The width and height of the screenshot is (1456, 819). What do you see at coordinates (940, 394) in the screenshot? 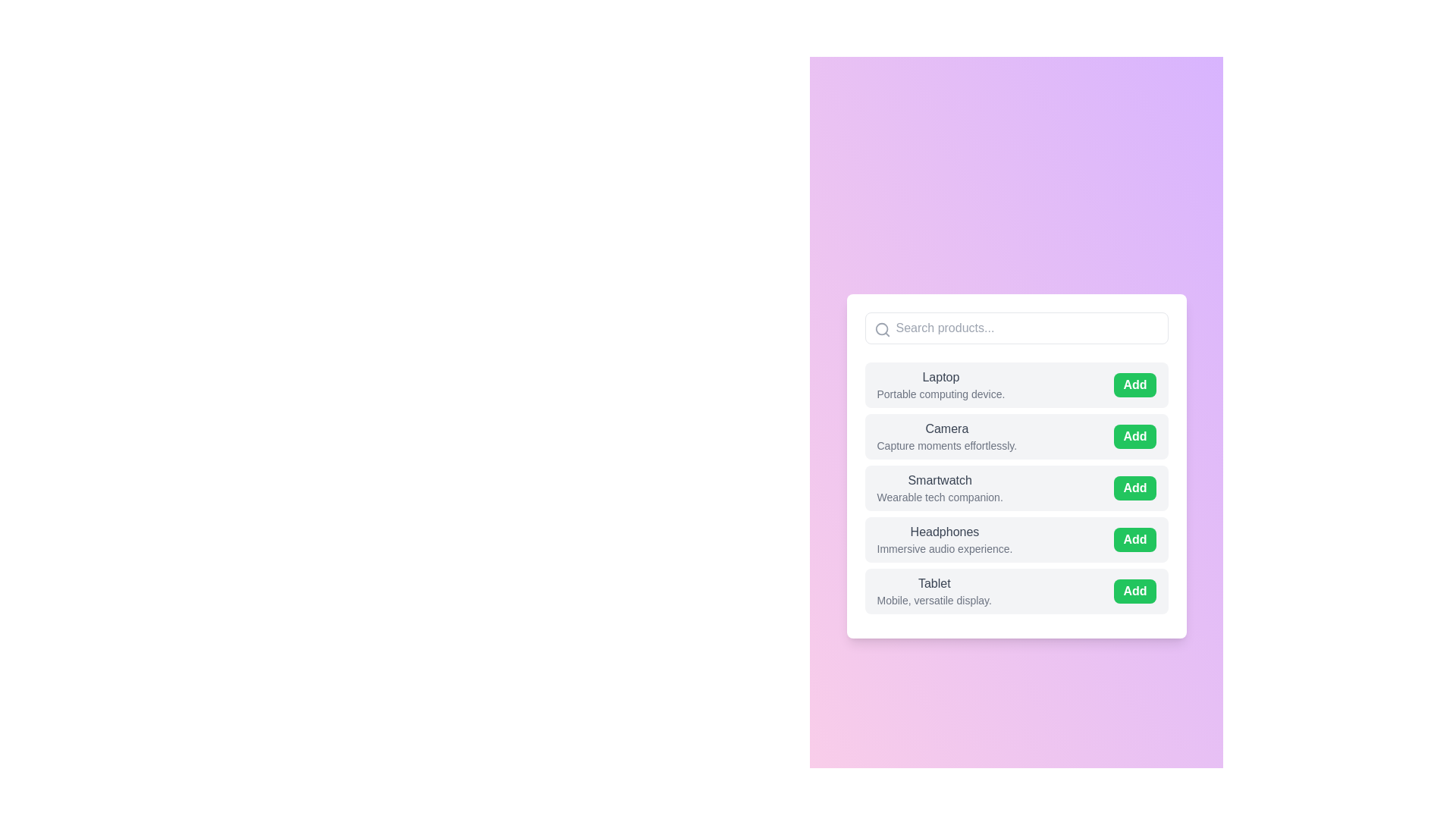
I see `the descriptive text label providing information about the 'Laptop' category, located immediately below the word 'Laptop' in the product categories list` at bounding box center [940, 394].